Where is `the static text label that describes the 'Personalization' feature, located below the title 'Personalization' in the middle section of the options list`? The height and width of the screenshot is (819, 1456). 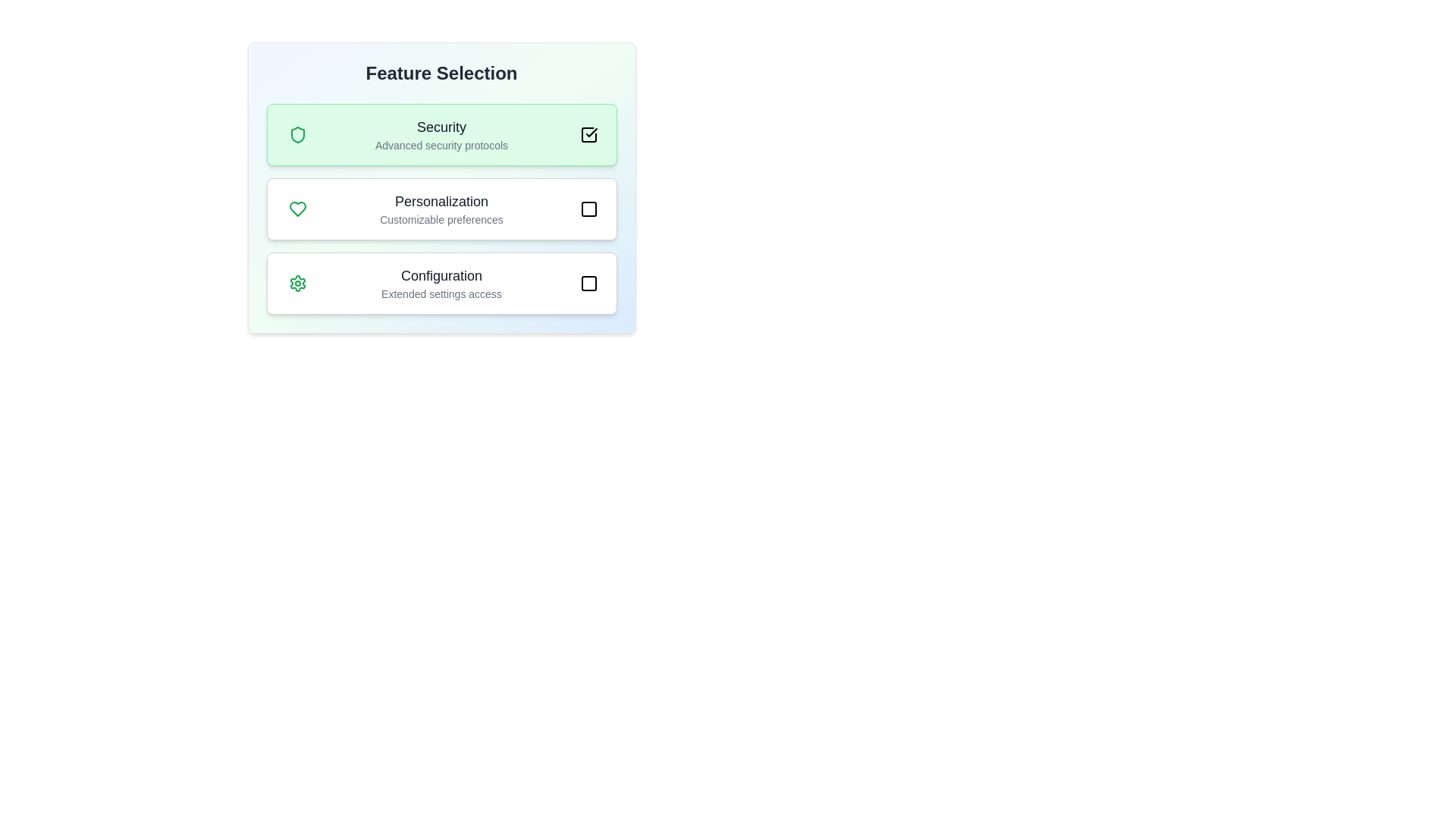 the static text label that describes the 'Personalization' feature, located below the title 'Personalization' in the middle section of the options list is located at coordinates (441, 219).